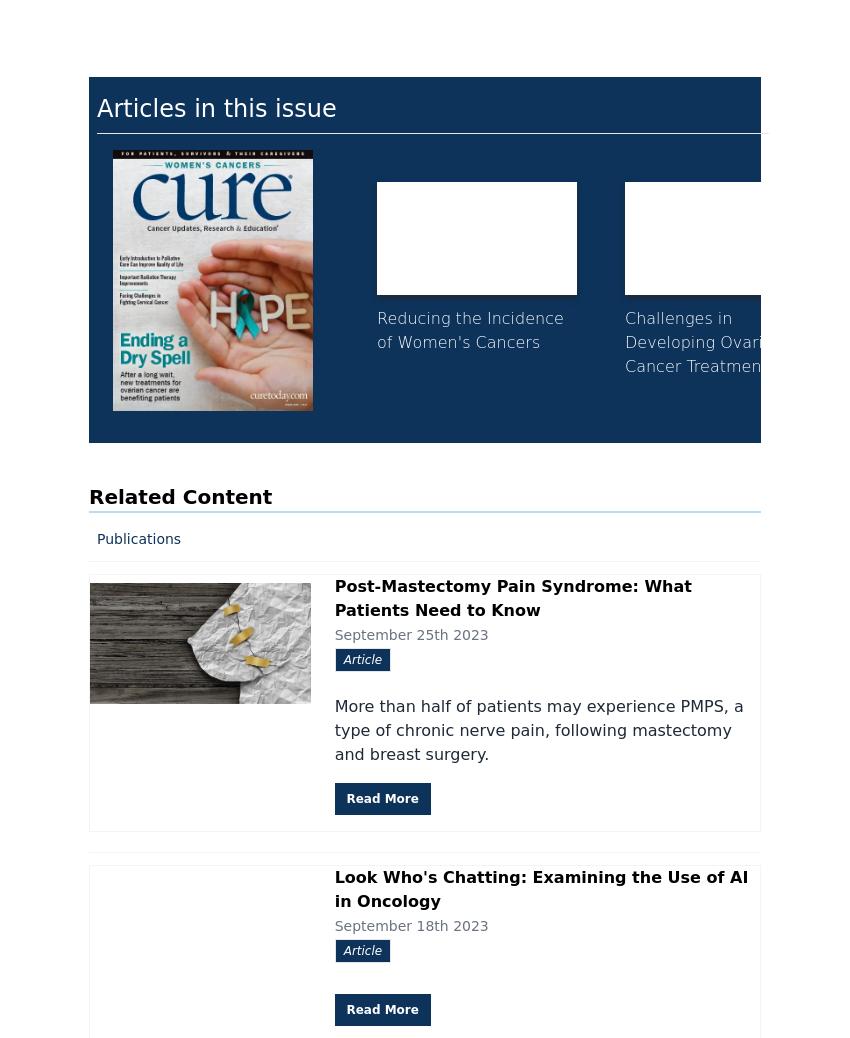  What do you see at coordinates (469, 329) in the screenshot?
I see `'Reducing the Incidence of Women's Cancers'` at bounding box center [469, 329].